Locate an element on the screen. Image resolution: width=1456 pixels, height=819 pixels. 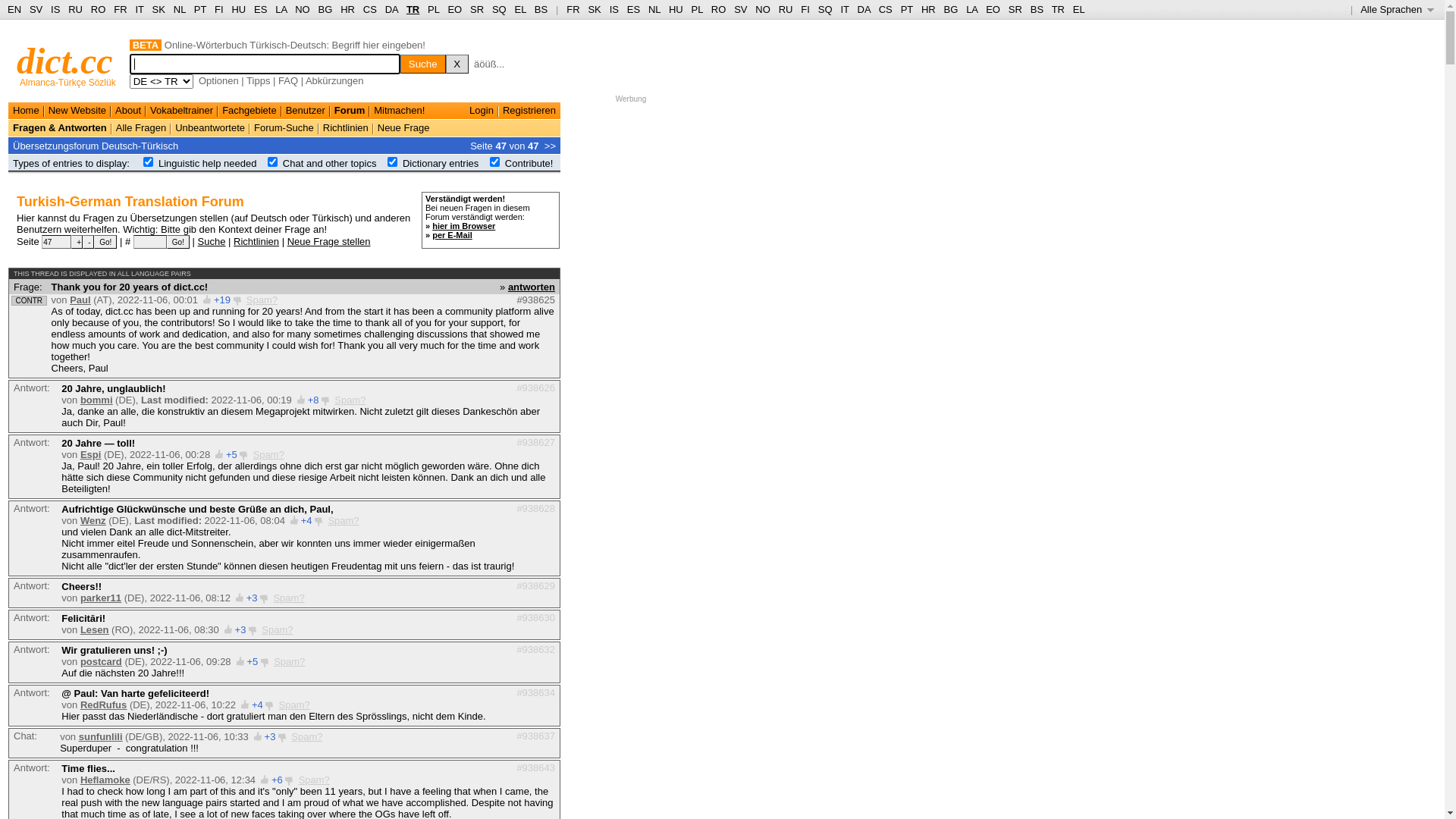
'SK' is located at coordinates (586, 9).